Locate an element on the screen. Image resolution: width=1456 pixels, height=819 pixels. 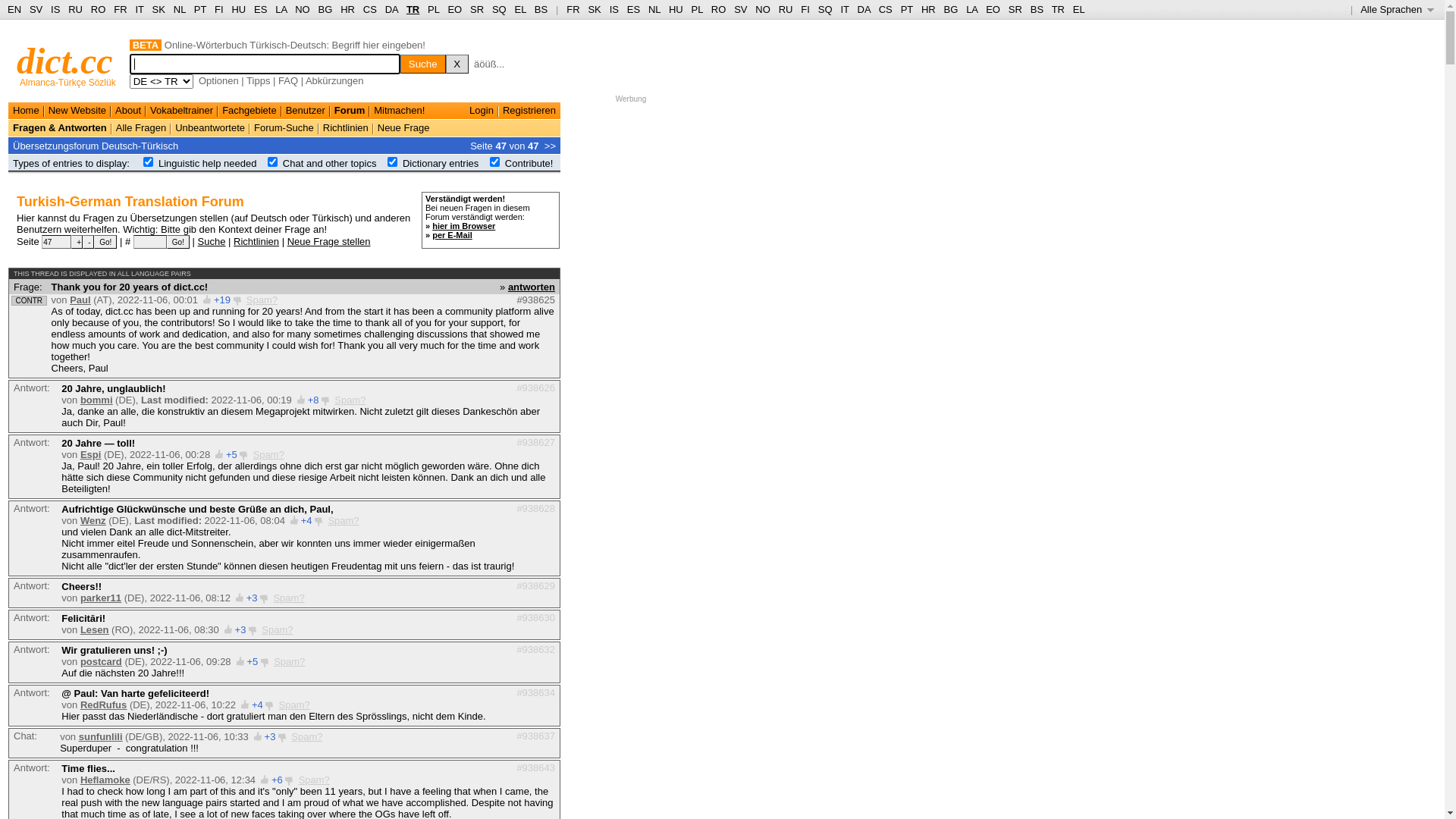
'SK' is located at coordinates (586, 9).